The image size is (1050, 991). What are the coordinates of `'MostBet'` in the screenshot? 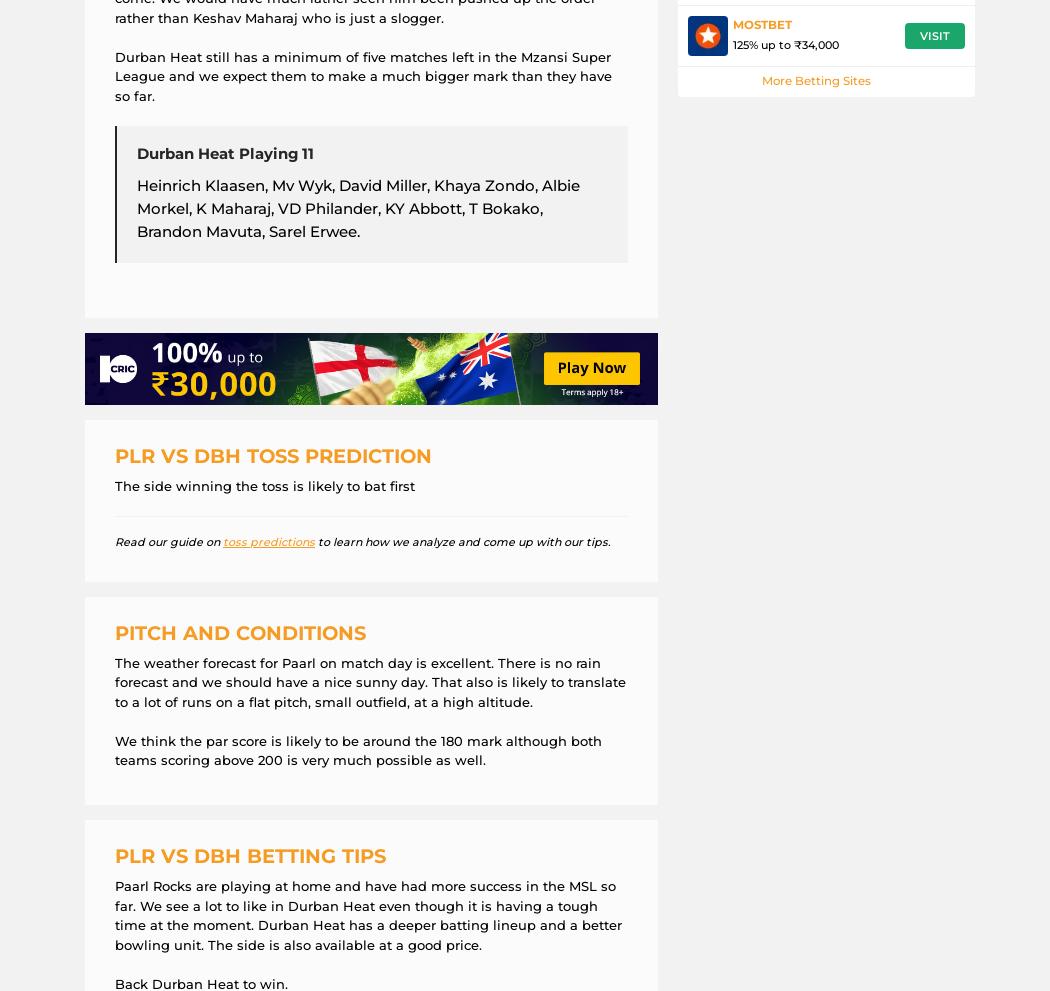 It's located at (762, 22).